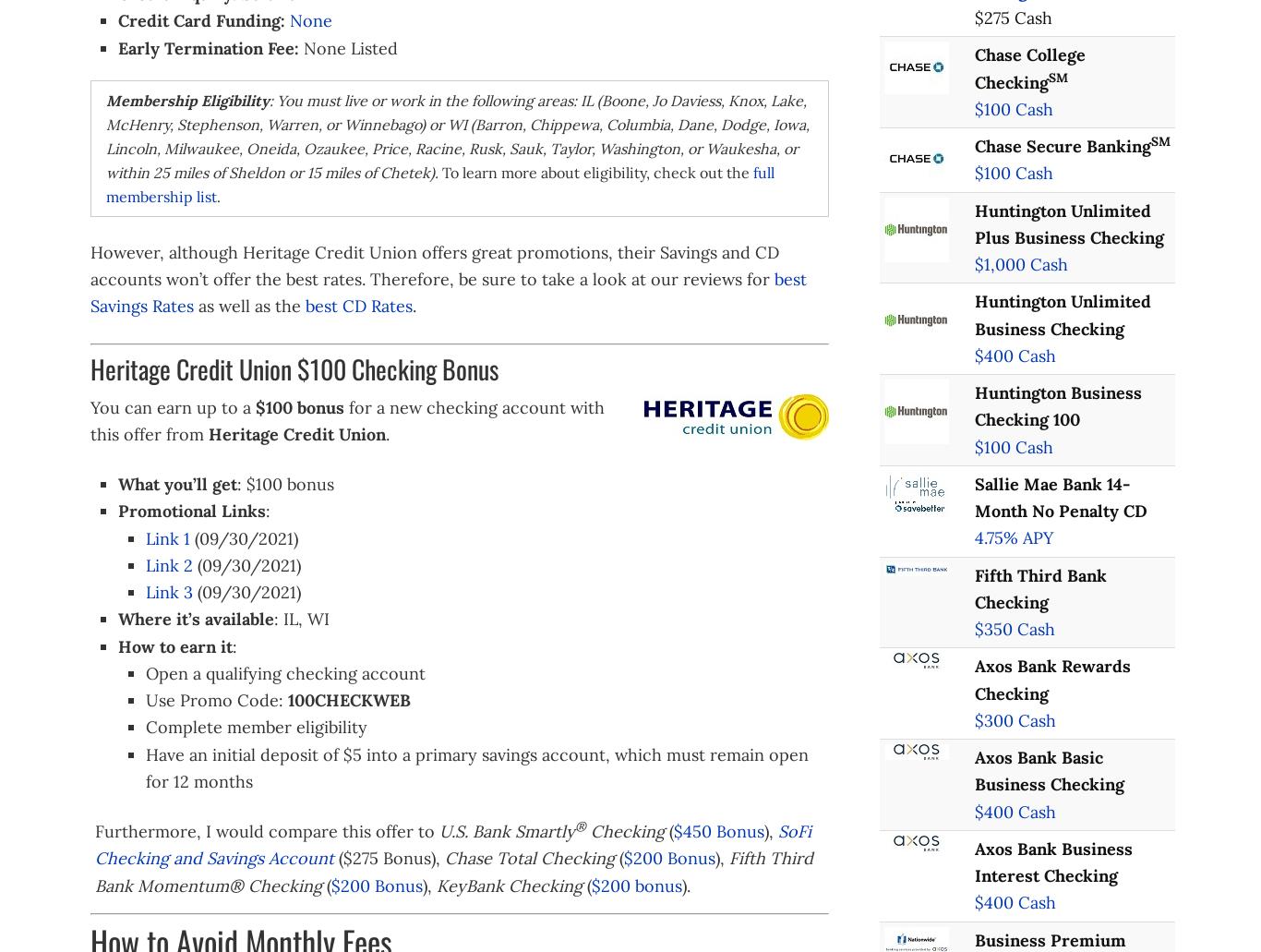  Describe the element at coordinates (116, 645) in the screenshot. I see `'How to earn it'` at that location.